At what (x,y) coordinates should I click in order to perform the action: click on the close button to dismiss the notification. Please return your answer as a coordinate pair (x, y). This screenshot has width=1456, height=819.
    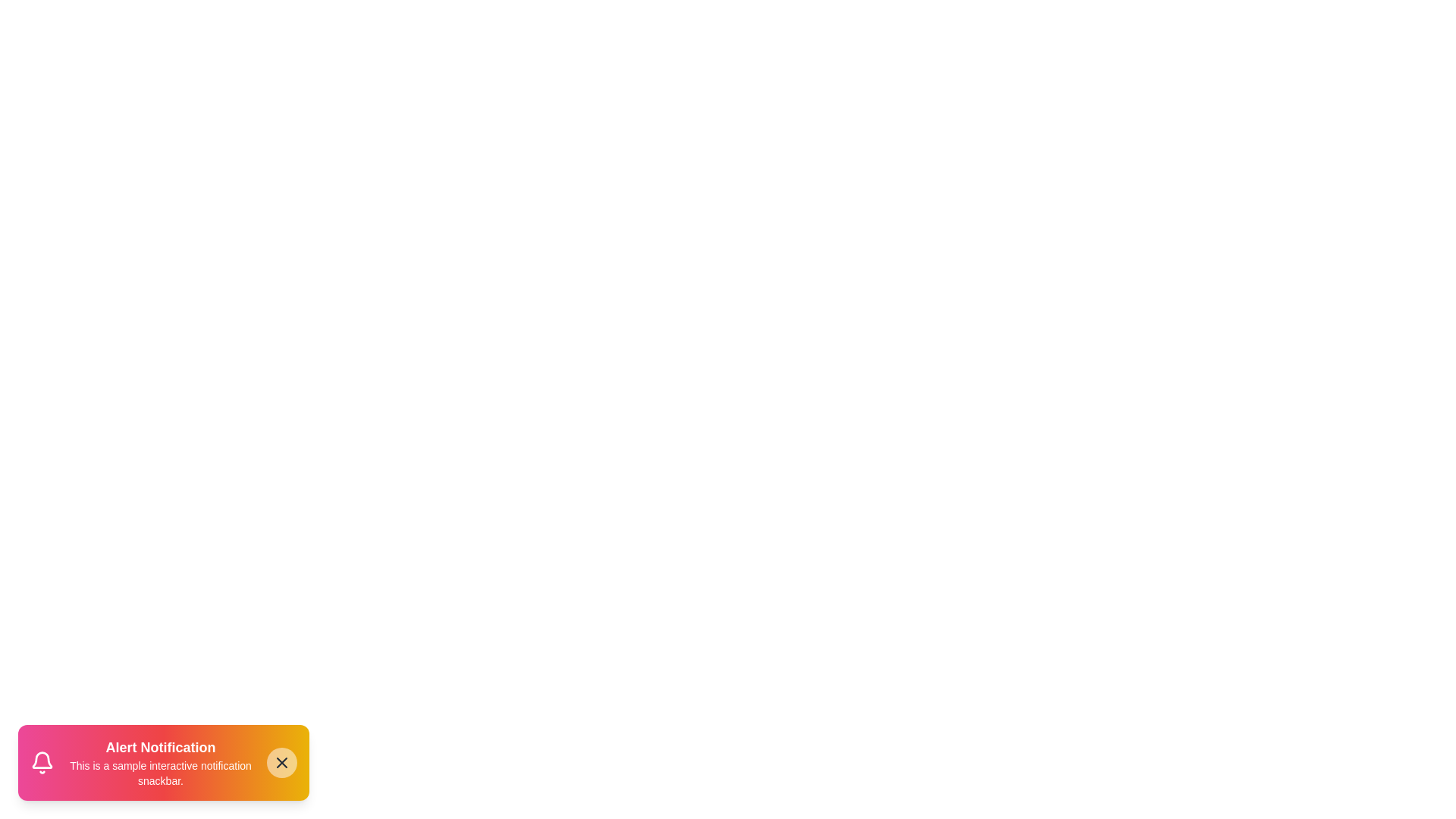
    Looking at the image, I should click on (282, 763).